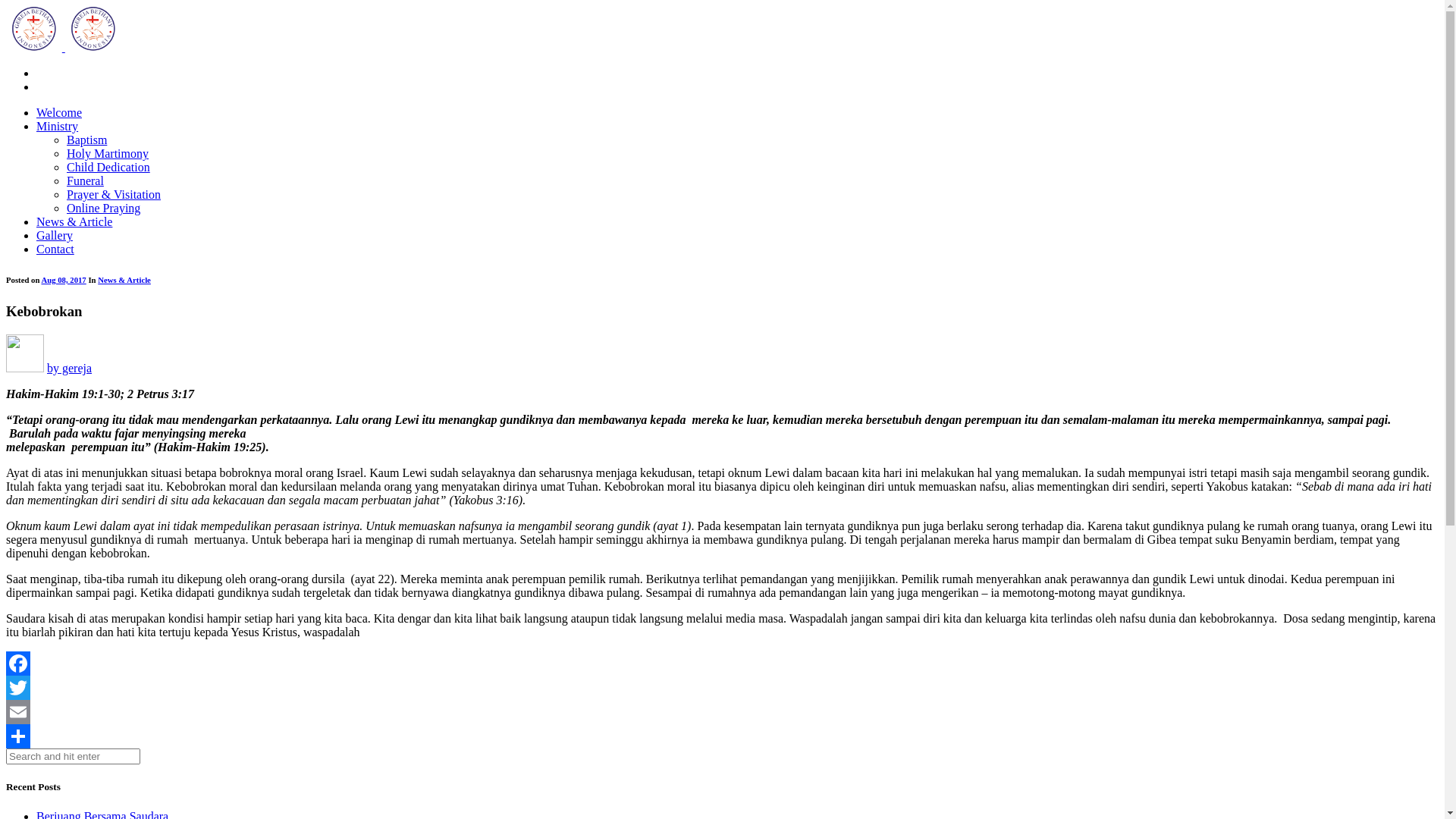 Image resolution: width=1456 pixels, height=819 pixels. Describe the element at coordinates (107, 153) in the screenshot. I see `'Holy Martimony'` at that location.